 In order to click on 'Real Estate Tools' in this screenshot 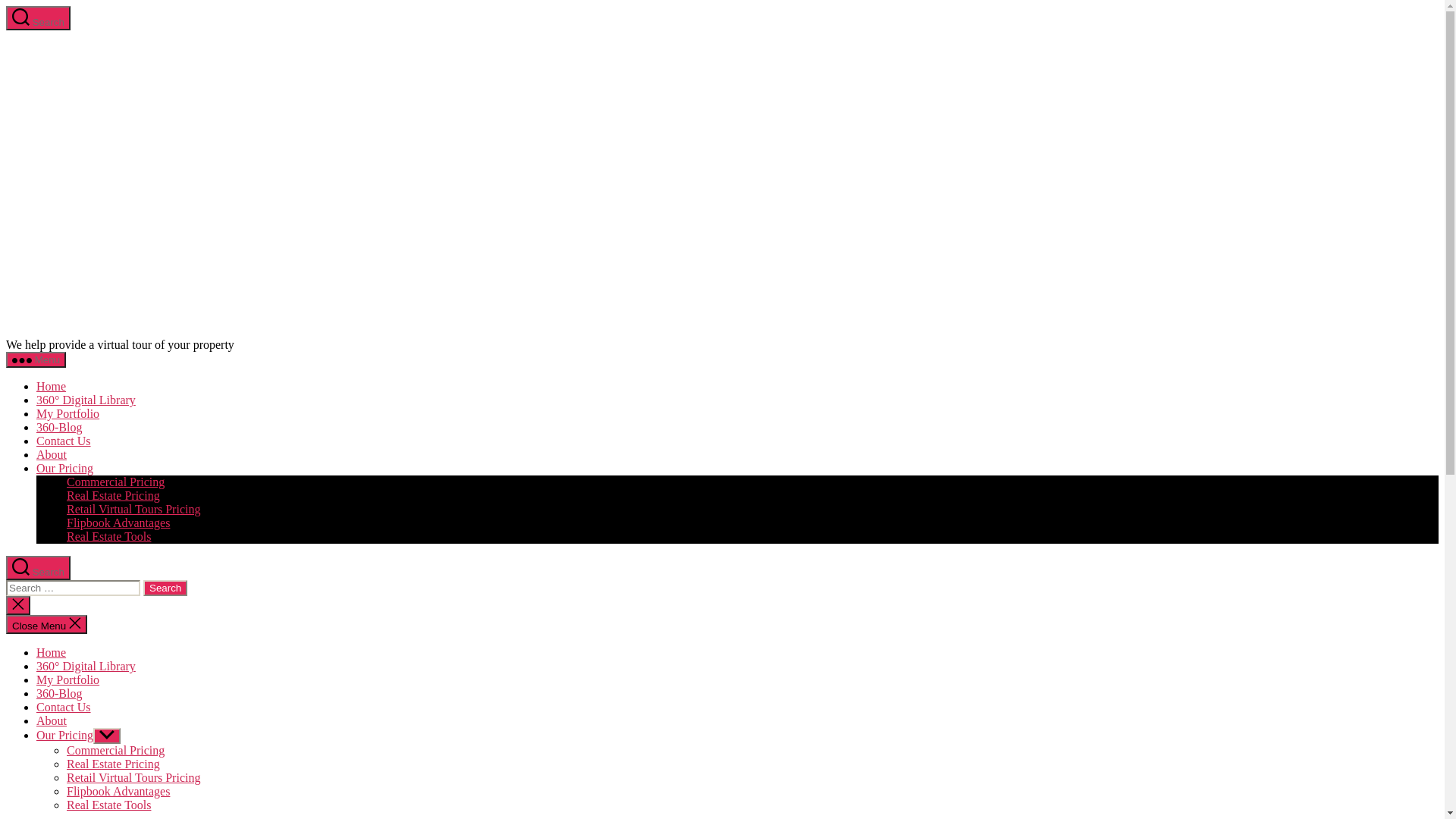, I will do `click(65, 535)`.